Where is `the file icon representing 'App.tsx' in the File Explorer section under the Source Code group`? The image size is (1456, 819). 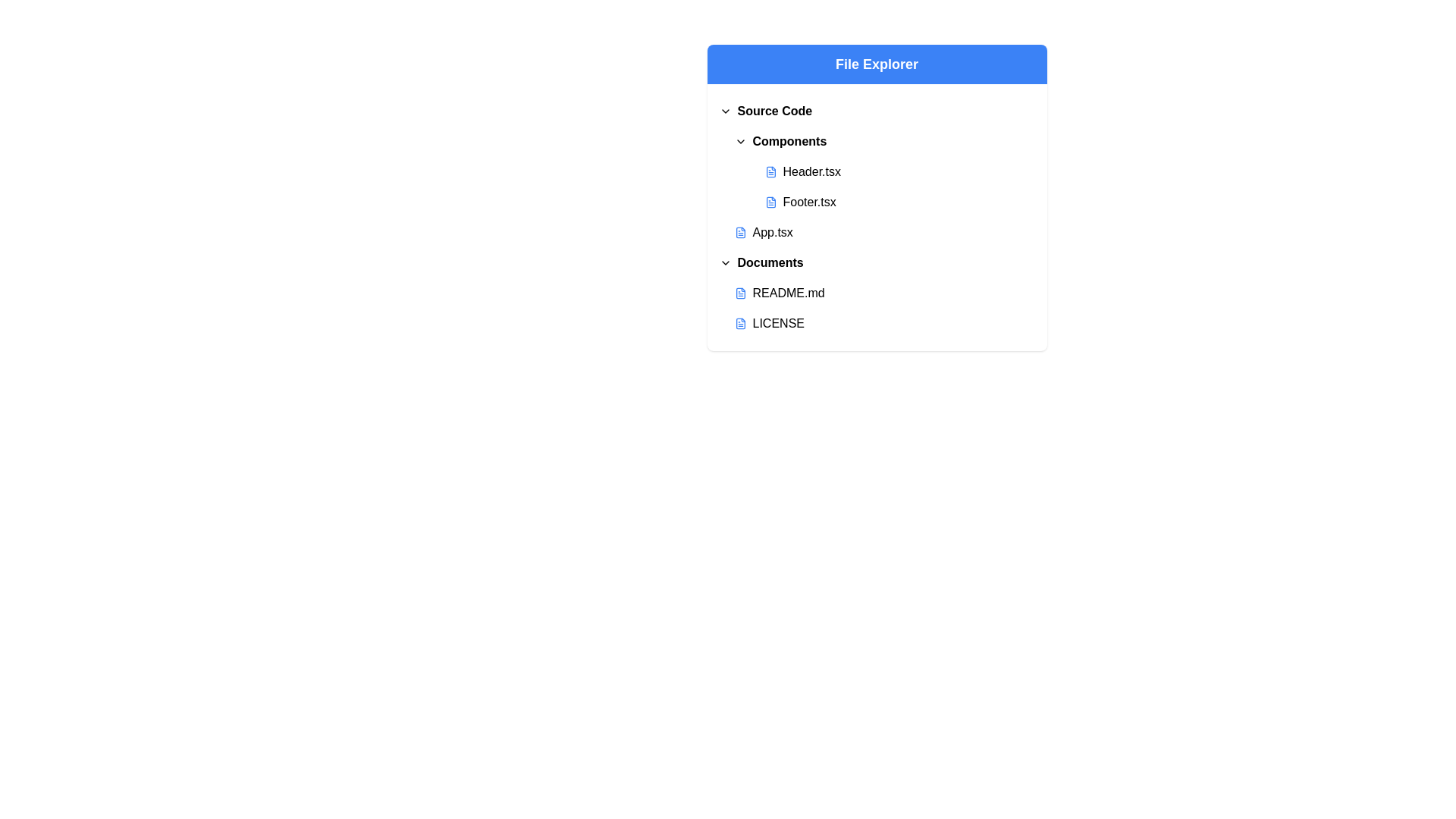
the file icon representing 'App.tsx' in the File Explorer section under the Source Code group is located at coordinates (740, 233).